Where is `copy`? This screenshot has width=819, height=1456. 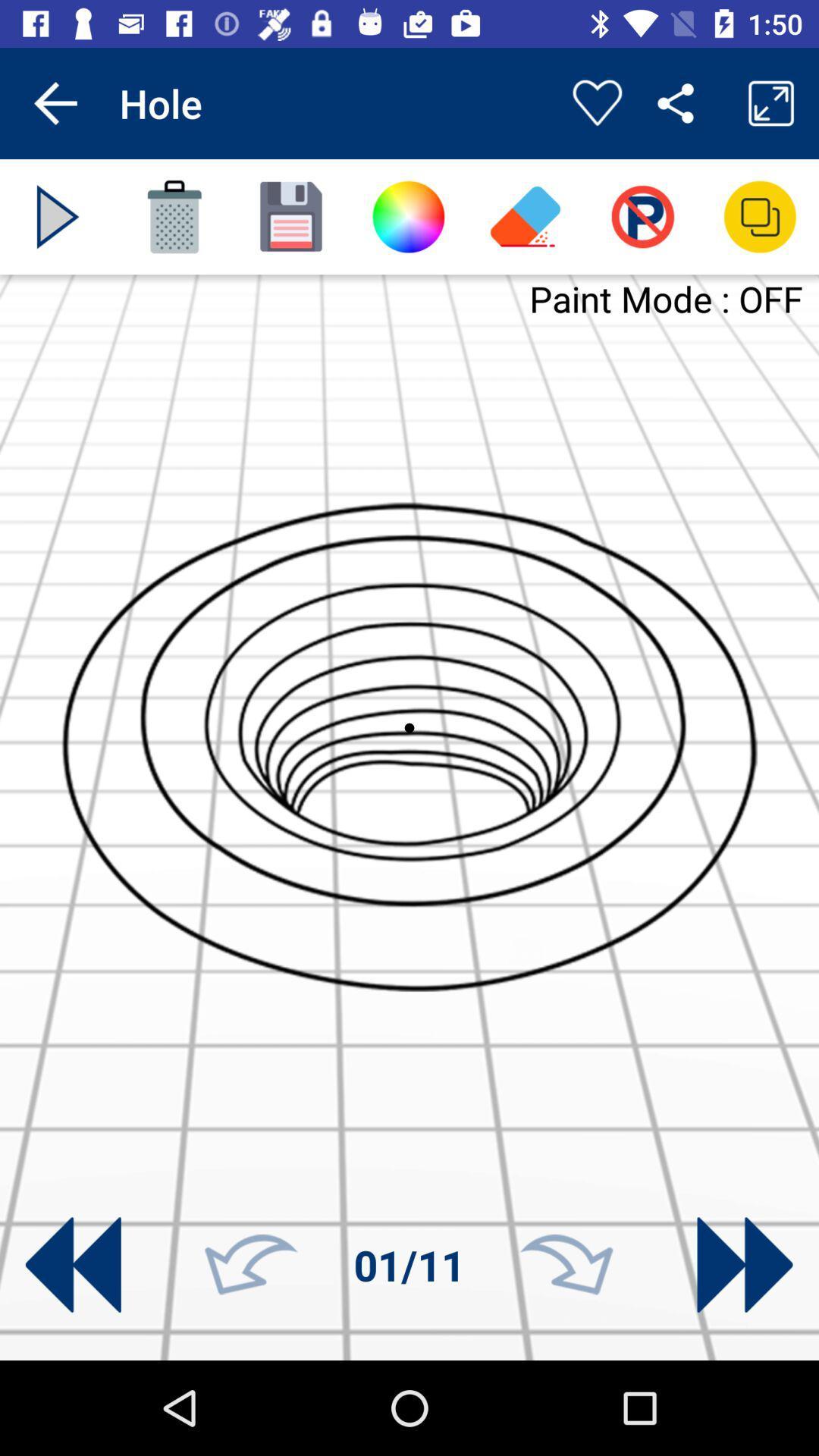 copy is located at coordinates (760, 216).